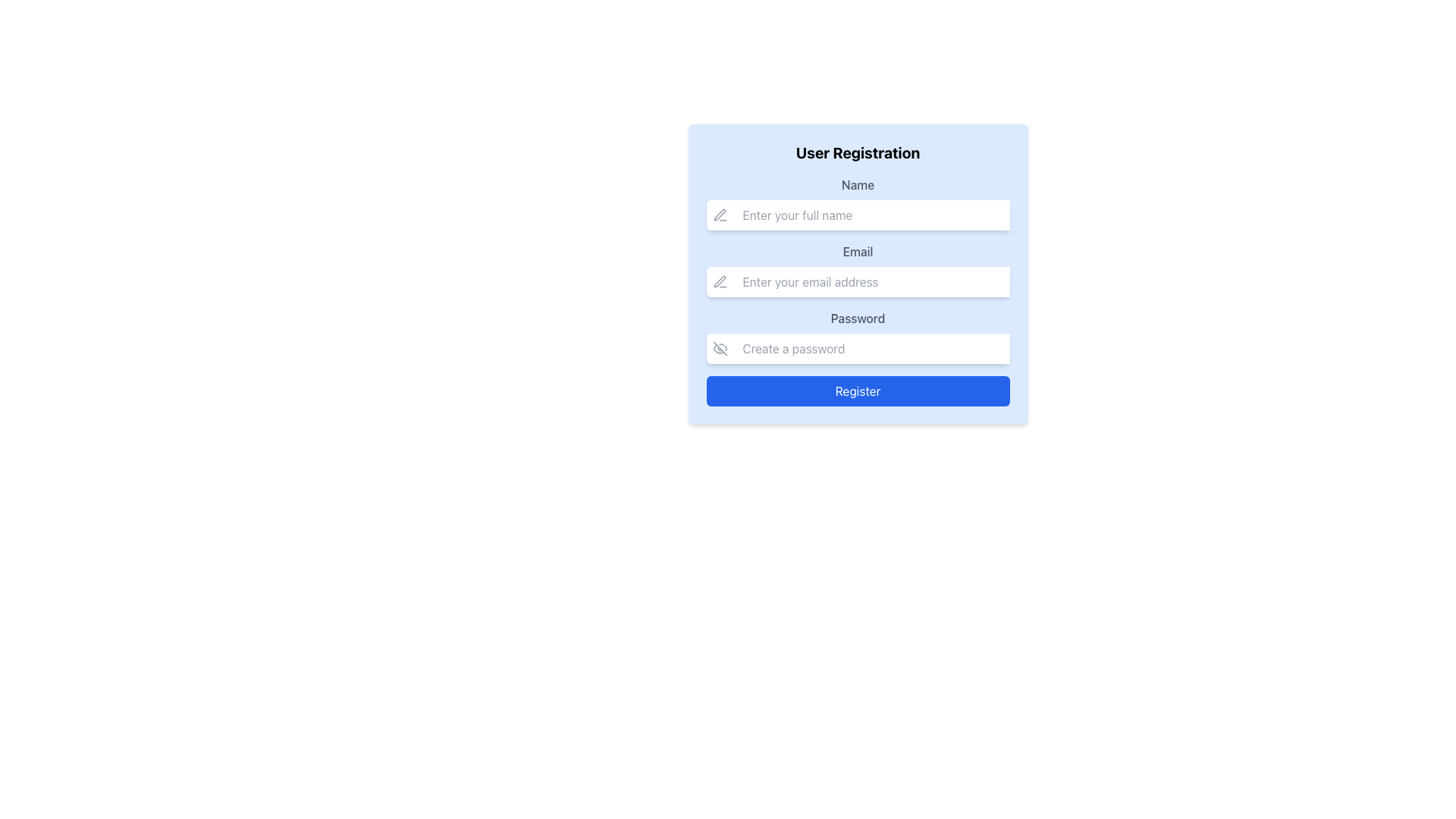 The image size is (1456, 819). What do you see at coordinates (858, 250) in the screenshot?
I see `the label element that guides users on the expected input for the email field, located in the center of the registration form above the email input field` at bounding box center [858, 250].